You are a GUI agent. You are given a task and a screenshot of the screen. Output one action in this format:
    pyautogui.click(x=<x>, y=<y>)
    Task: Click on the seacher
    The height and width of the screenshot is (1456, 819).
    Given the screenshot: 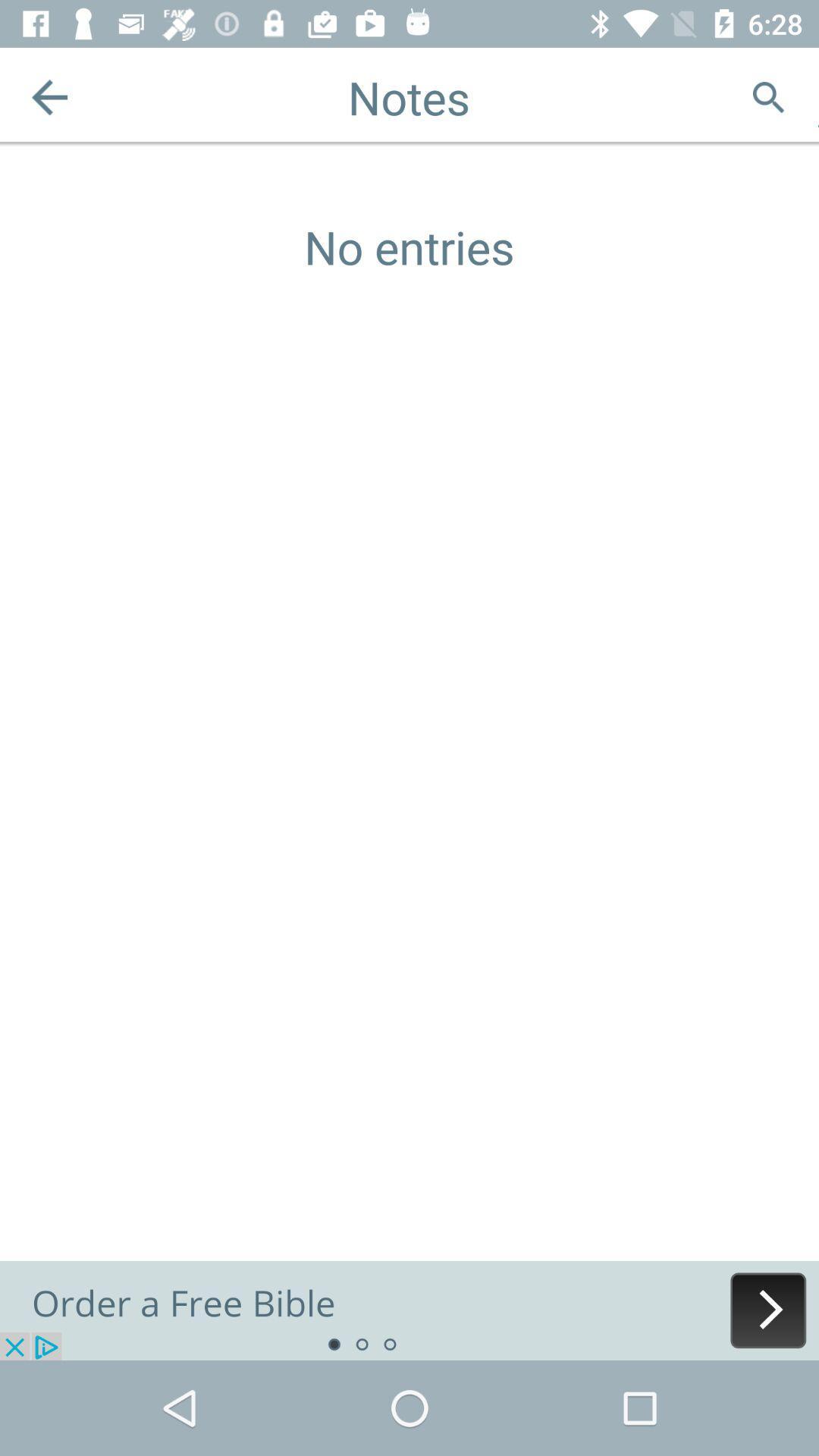 What is the action you would take?
    pyautogui.click(x=768, y=96)
    